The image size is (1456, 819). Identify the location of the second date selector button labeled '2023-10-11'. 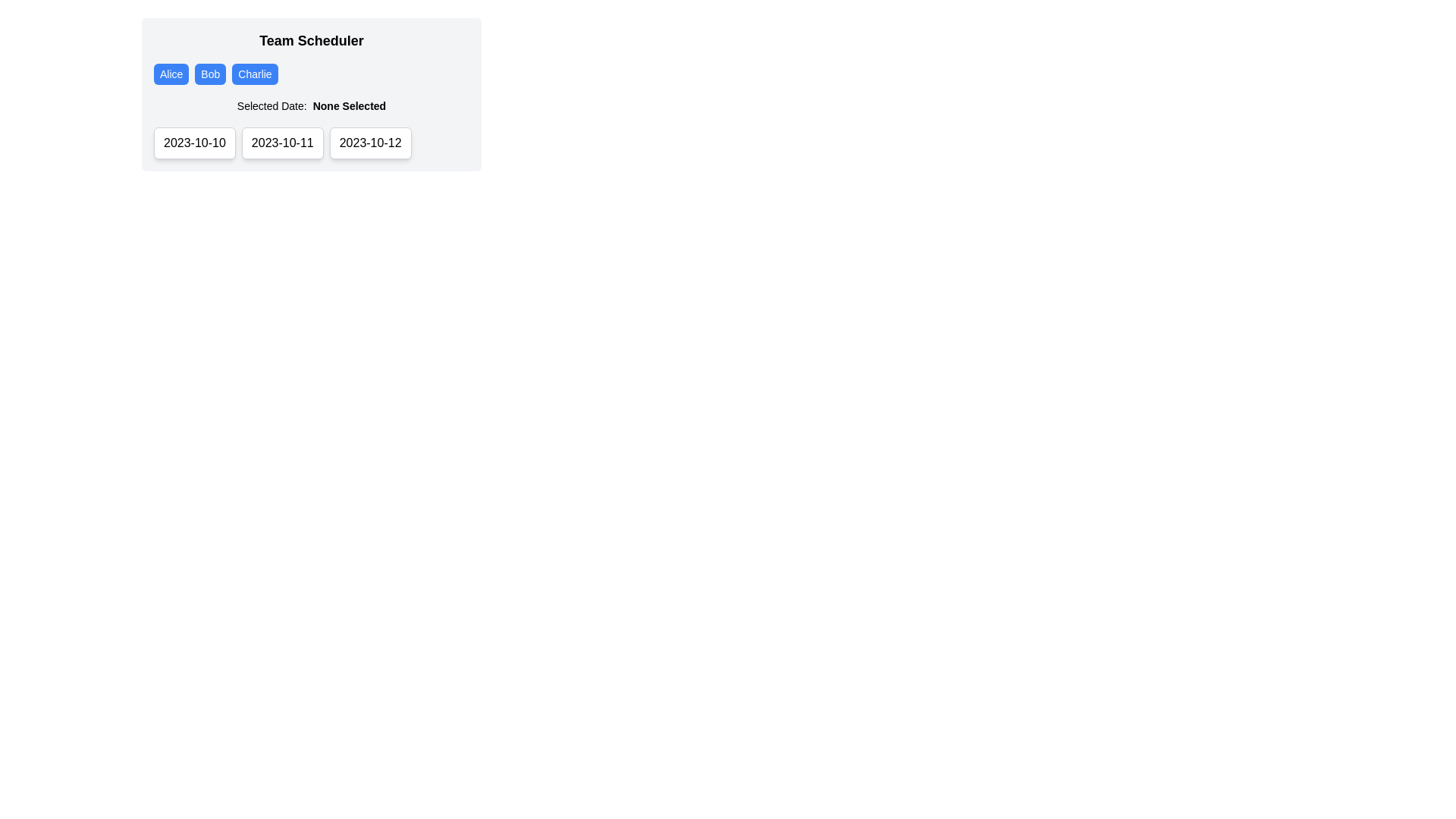
(311, 143).